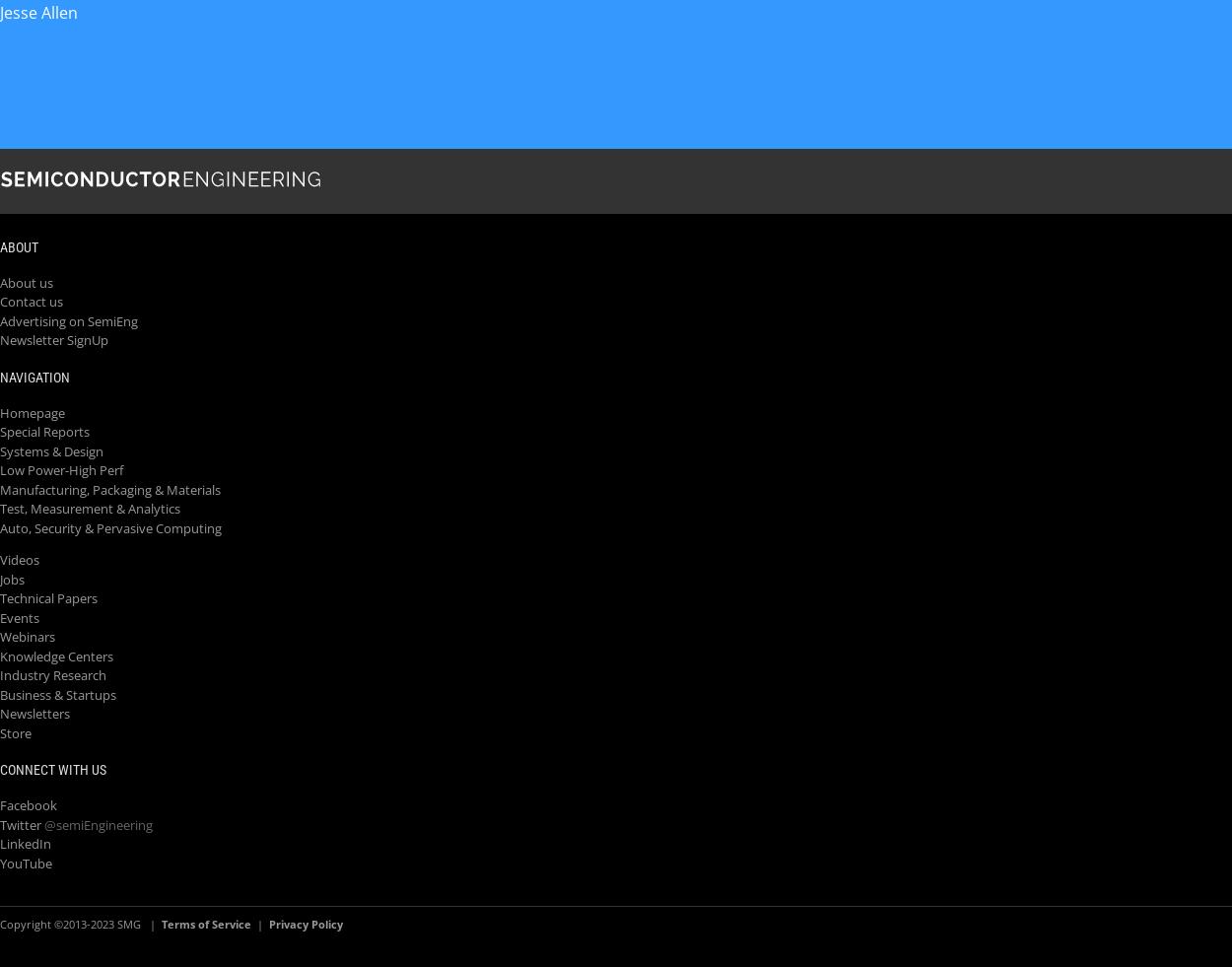 Image resolution: width=1232 pixels, height=967 pixels. Describe the element at coordinates (34, 713) in the screenshot. I see `'Newsletters'` at that location.